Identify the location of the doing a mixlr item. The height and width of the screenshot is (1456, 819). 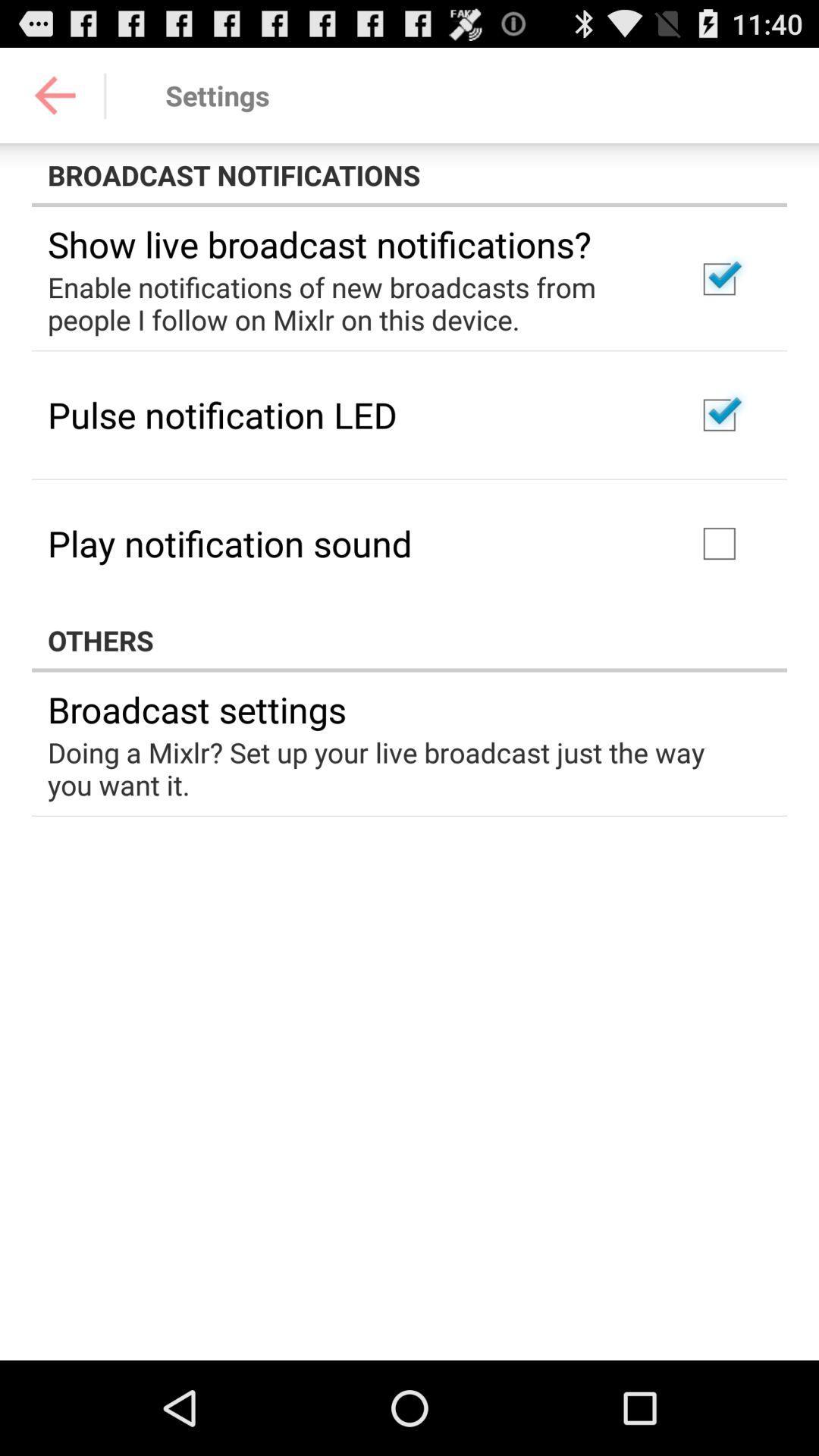
(398, 768).